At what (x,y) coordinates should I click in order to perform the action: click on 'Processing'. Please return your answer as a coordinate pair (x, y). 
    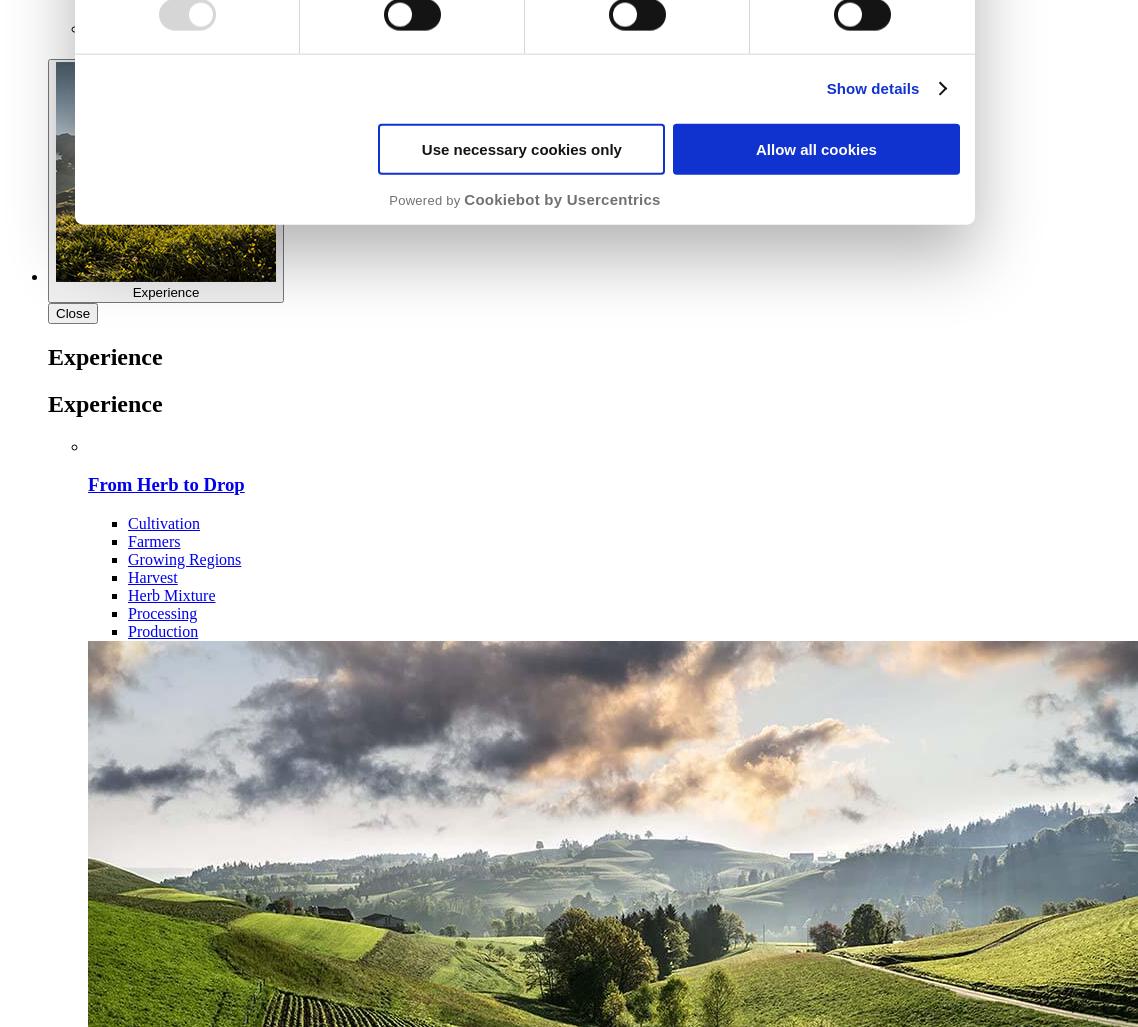
    Looking at the image, I should click on (162, 613).